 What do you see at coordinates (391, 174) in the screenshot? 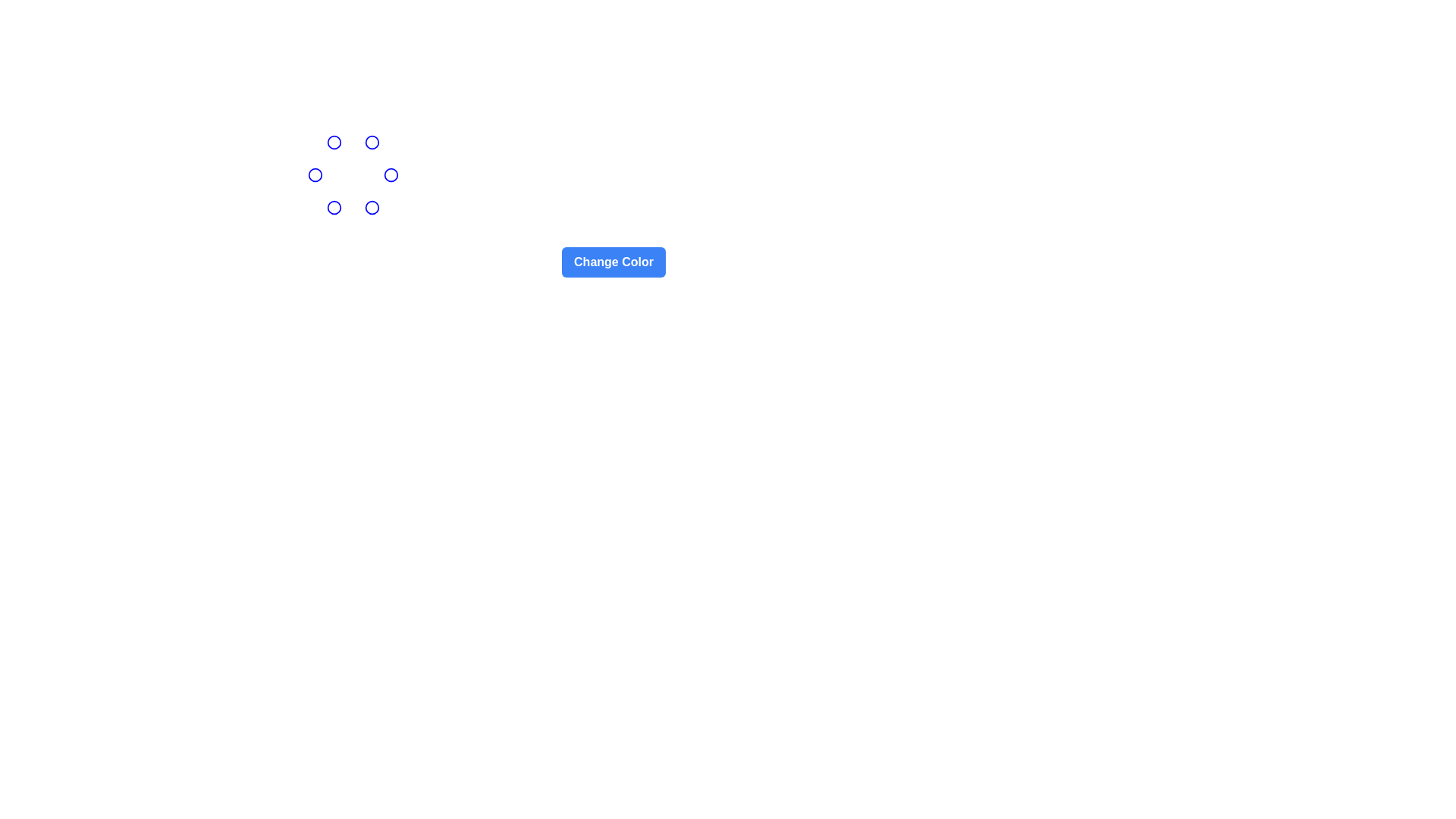
I see `the rightmost circular element of a group of decorative or interactive icons` at bounding box center [391, 174].